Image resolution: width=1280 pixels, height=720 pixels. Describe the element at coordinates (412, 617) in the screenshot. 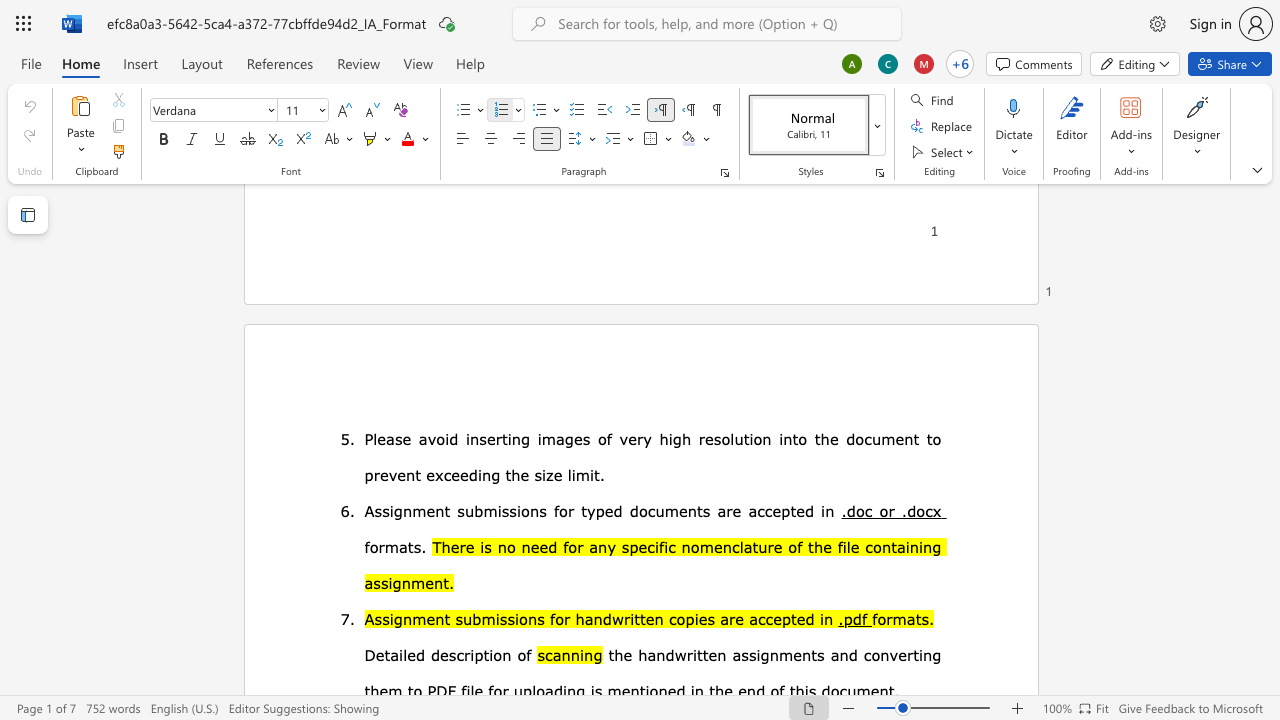

I see `the space between the continuous character "n" and "m" in the text` at that location.